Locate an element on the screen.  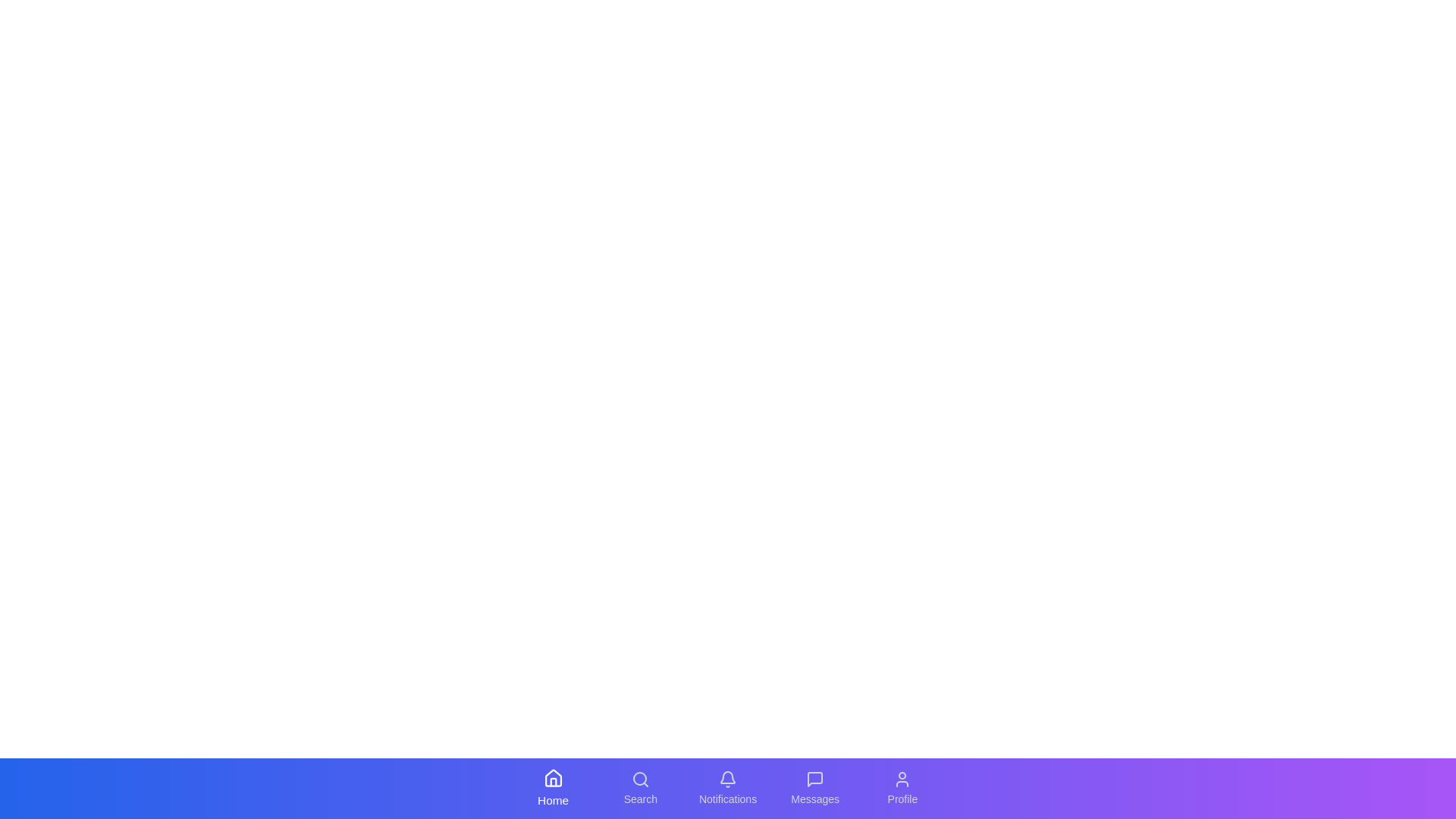
the tab labeled Search in the bottom navigation bar is located at coordinates (640, 788).